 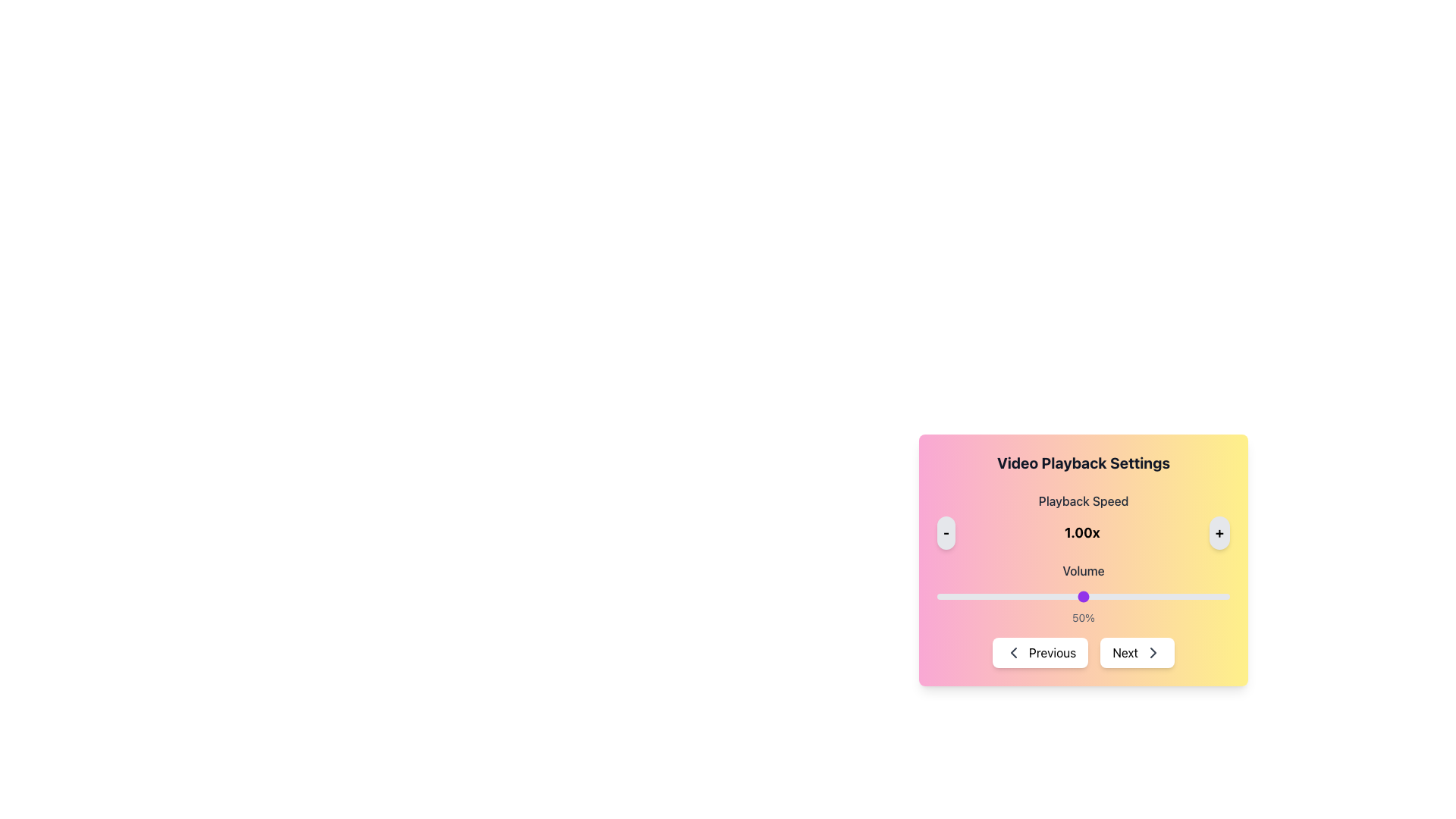 What do you see at coordinates (946, 532) in the screenshot?
I see `the small circular decrement button with a '-' symbol located to the left of the numeric value display labeled '1.00x' in the 'Playback Speed' section` at bounding box center [946, 532].